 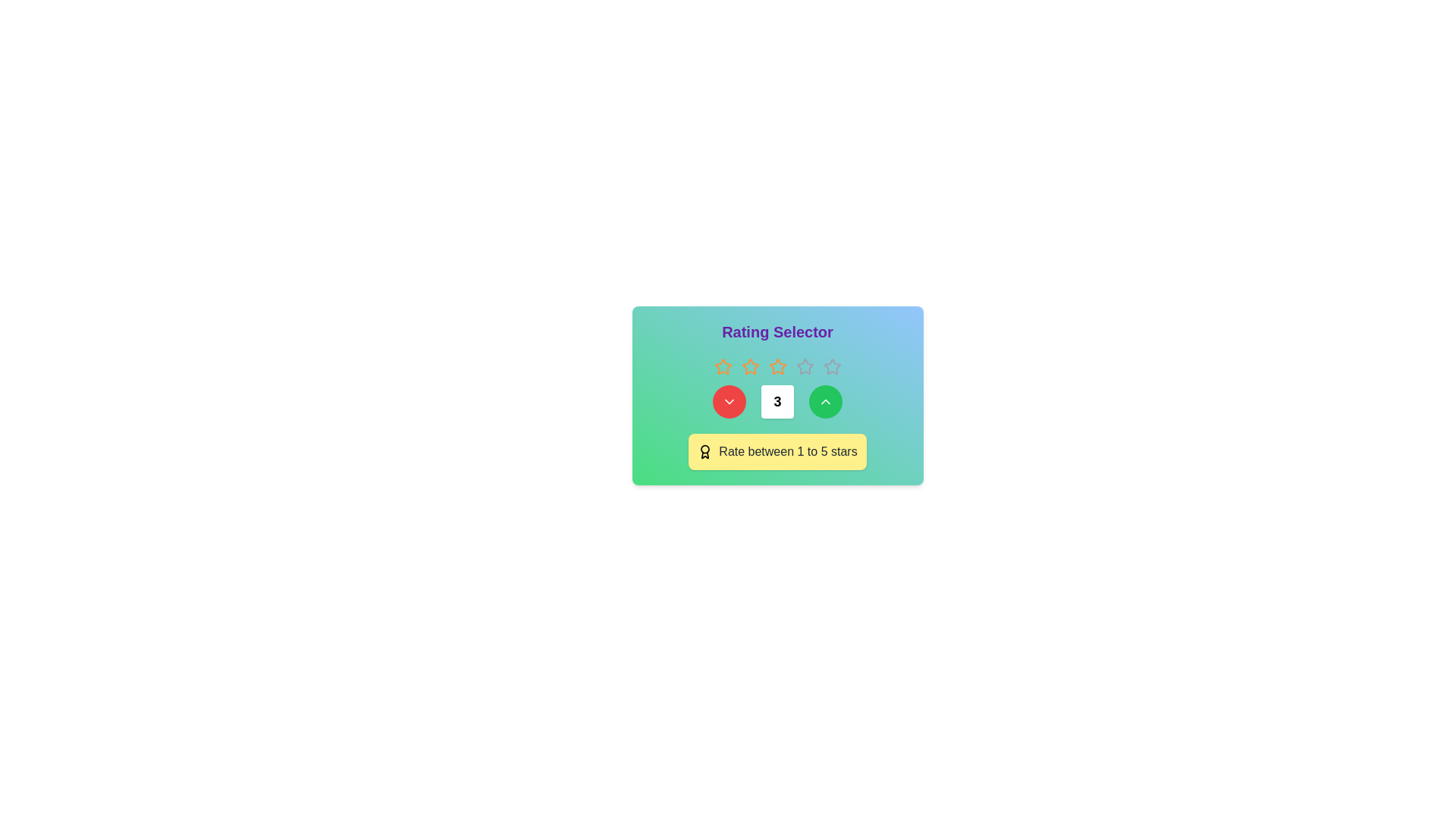 What do you see at coordinates (824, 400) in the screenshot?
I see `the green circular button with a white upward chevron symbol for keyboard navigation` at bounding box center [824, 400].